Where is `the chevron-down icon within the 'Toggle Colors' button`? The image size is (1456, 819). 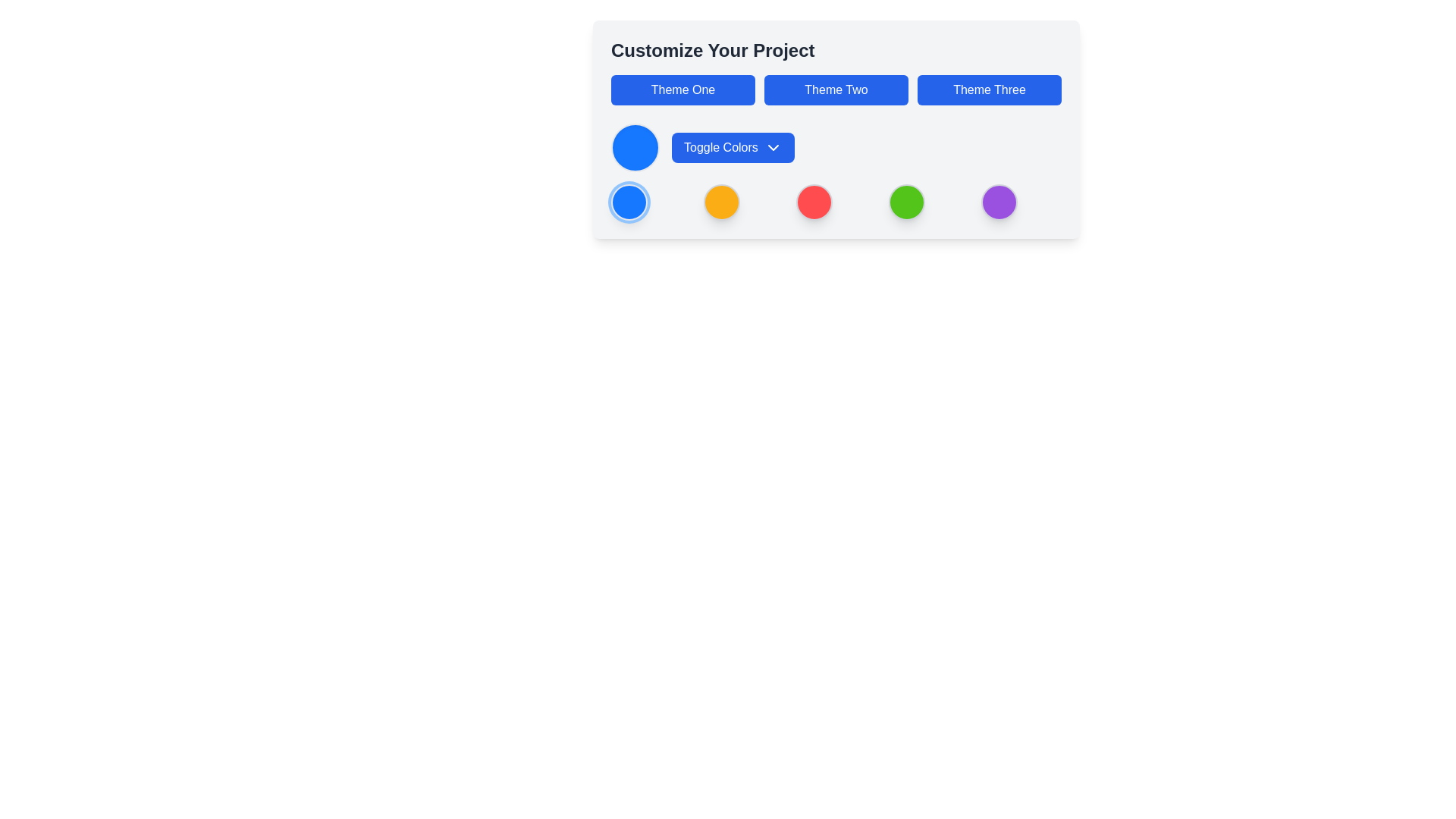 the chevron-down icon within the 'Toggle Colors' button is located at coordinates (773, 148).